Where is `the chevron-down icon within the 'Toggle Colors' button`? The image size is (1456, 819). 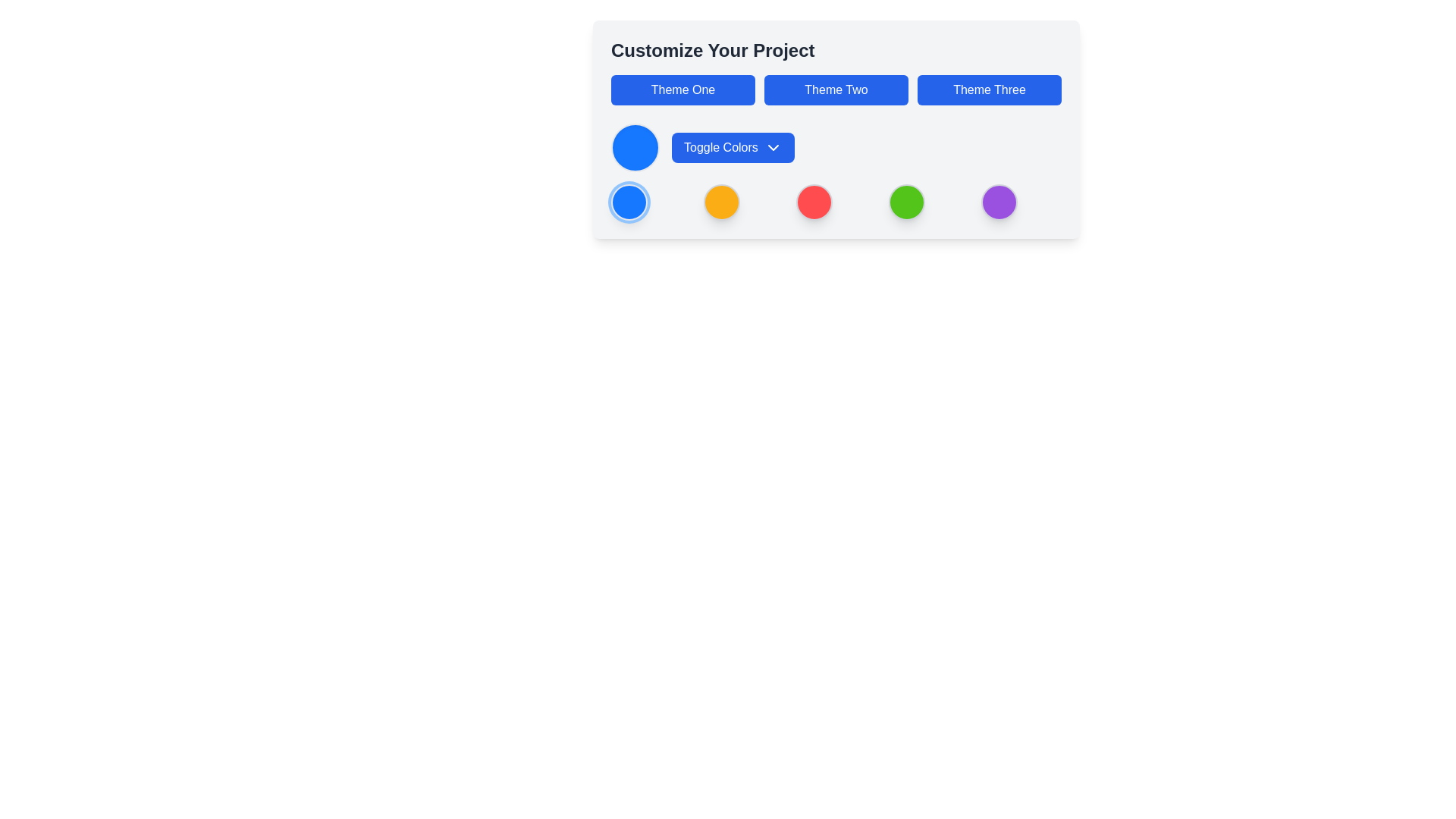 the chevron-down icon within the 'Toggle Colors' button is located at coordinates (773, 148).